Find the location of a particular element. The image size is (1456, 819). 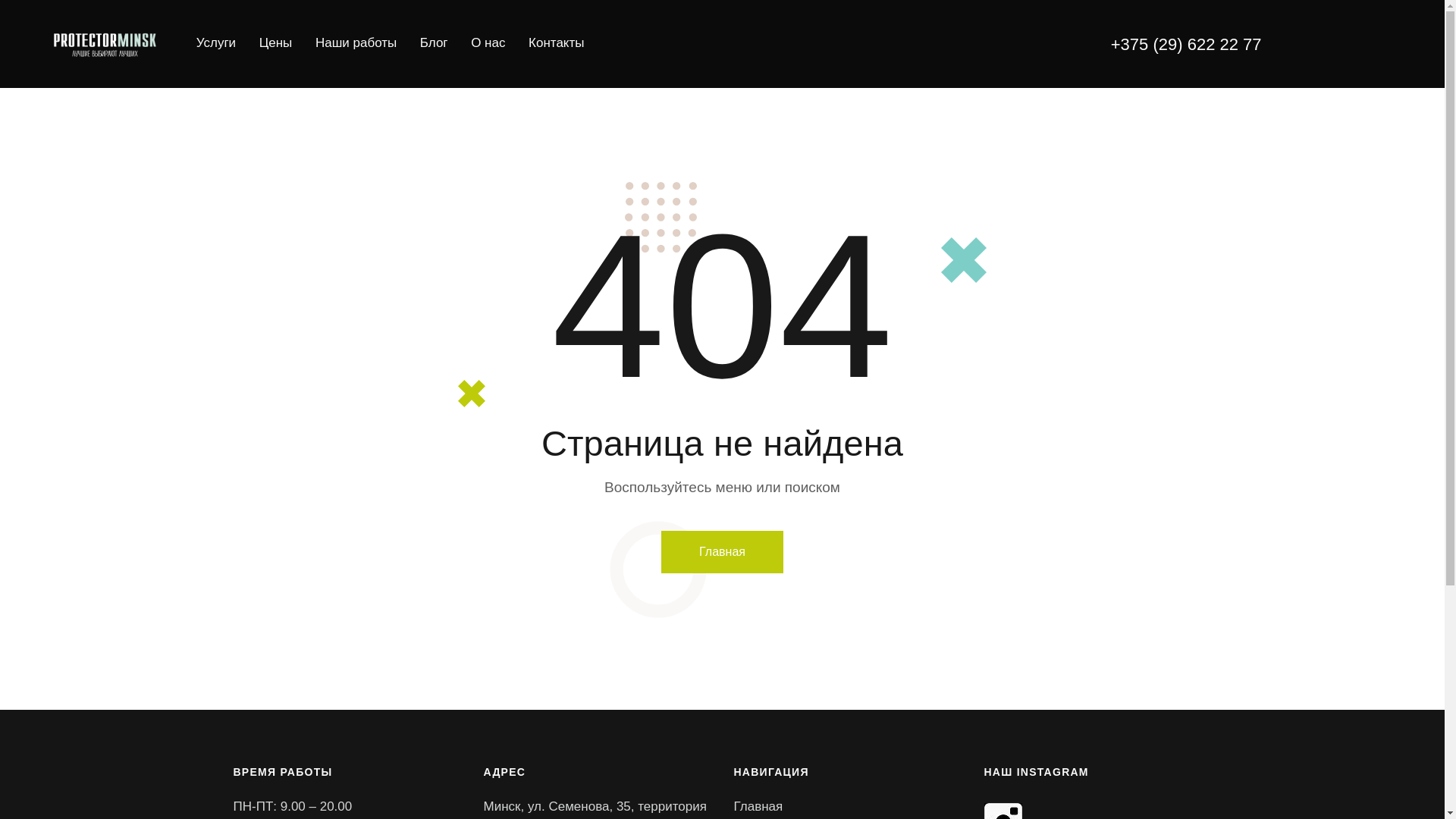

'+375 (29) 622 22 77' is located at coordinates (1185, 42).